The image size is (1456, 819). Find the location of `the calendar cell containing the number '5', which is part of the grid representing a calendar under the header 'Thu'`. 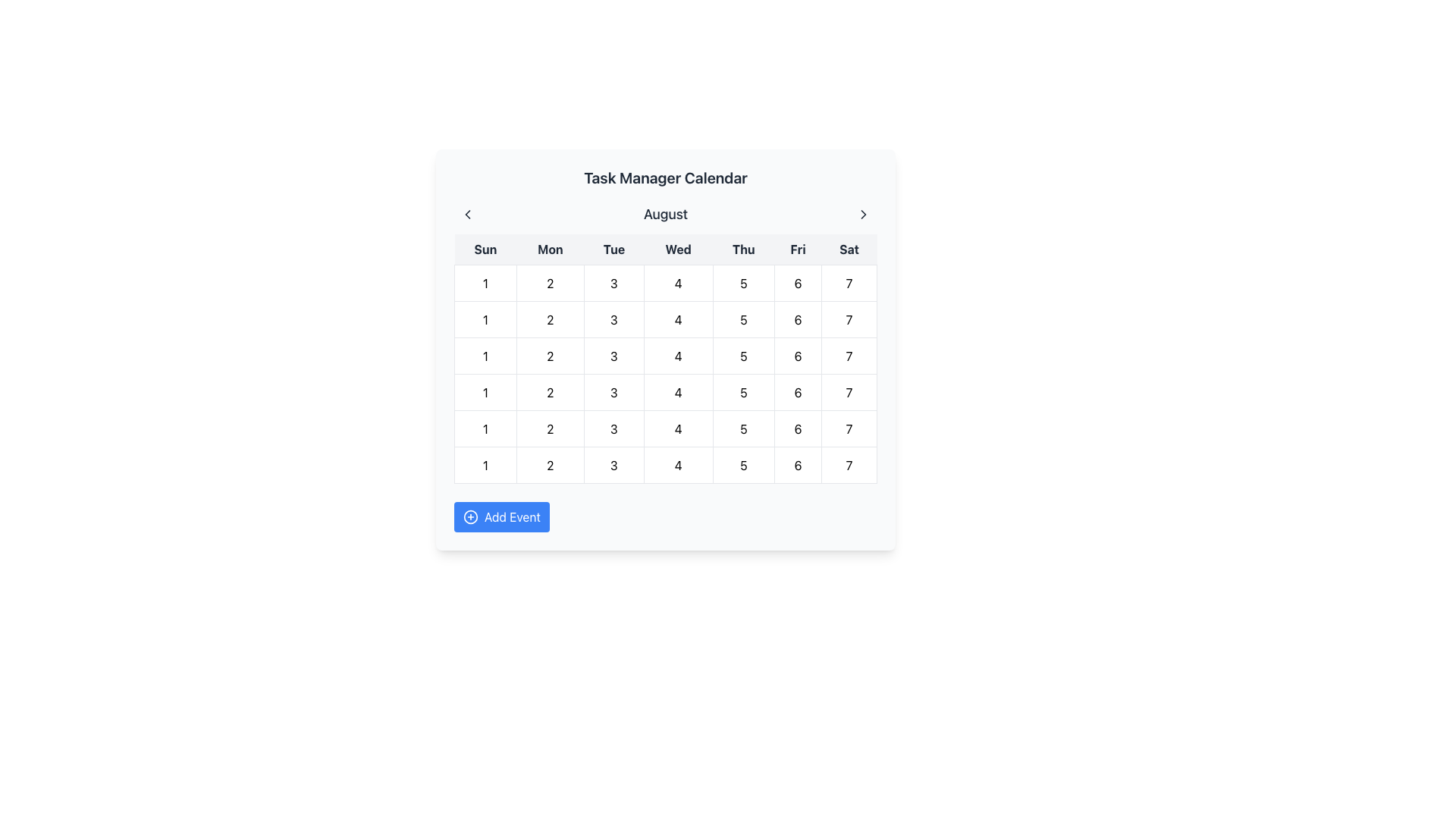

the calendar cell containing the number '5', which is part of the grid representing a calendar under the header 'Thu' is located at coordinates (743, 356).